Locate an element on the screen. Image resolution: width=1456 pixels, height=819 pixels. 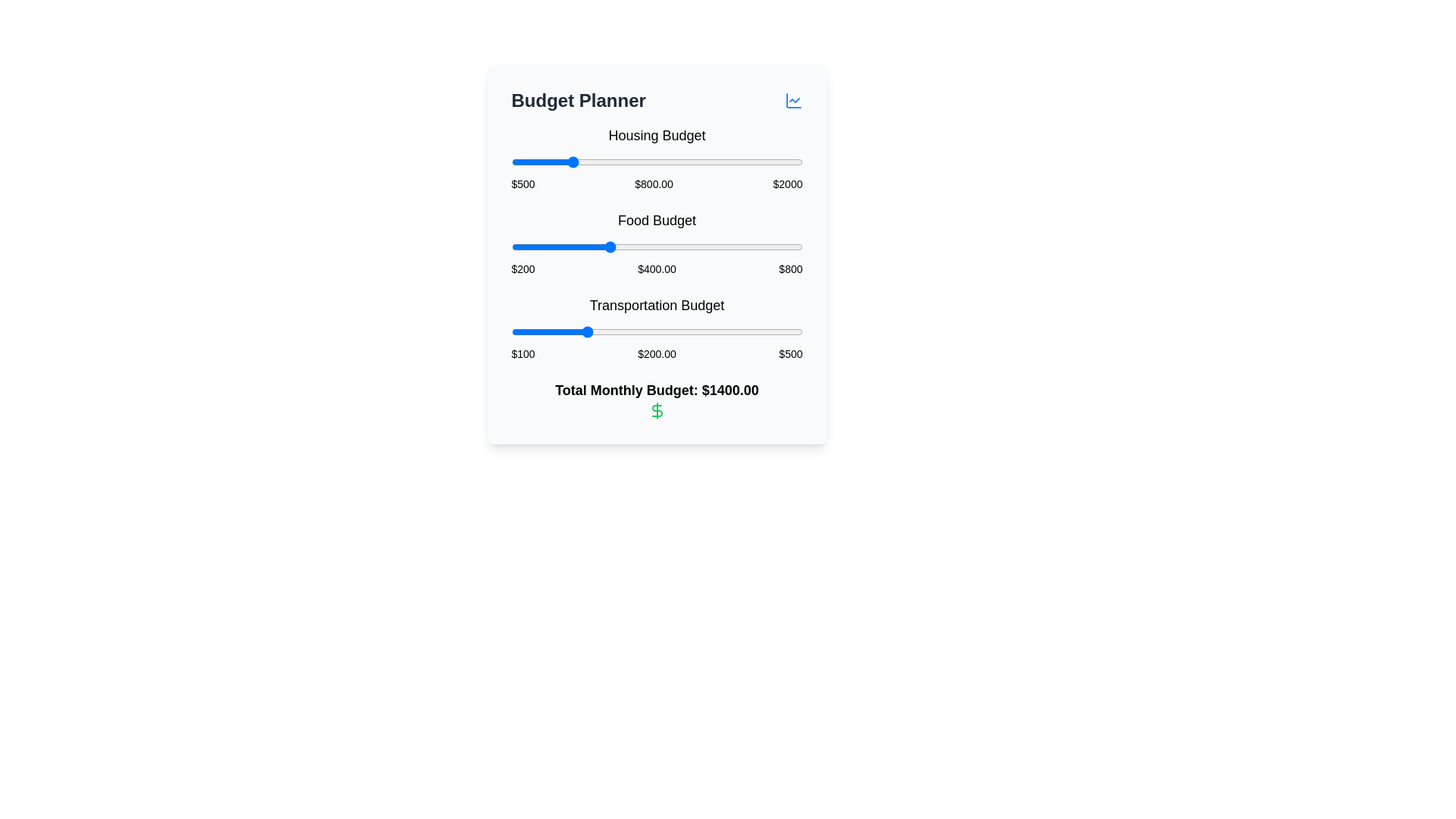
the Food Budget slider is located at coordinates (775, 246).